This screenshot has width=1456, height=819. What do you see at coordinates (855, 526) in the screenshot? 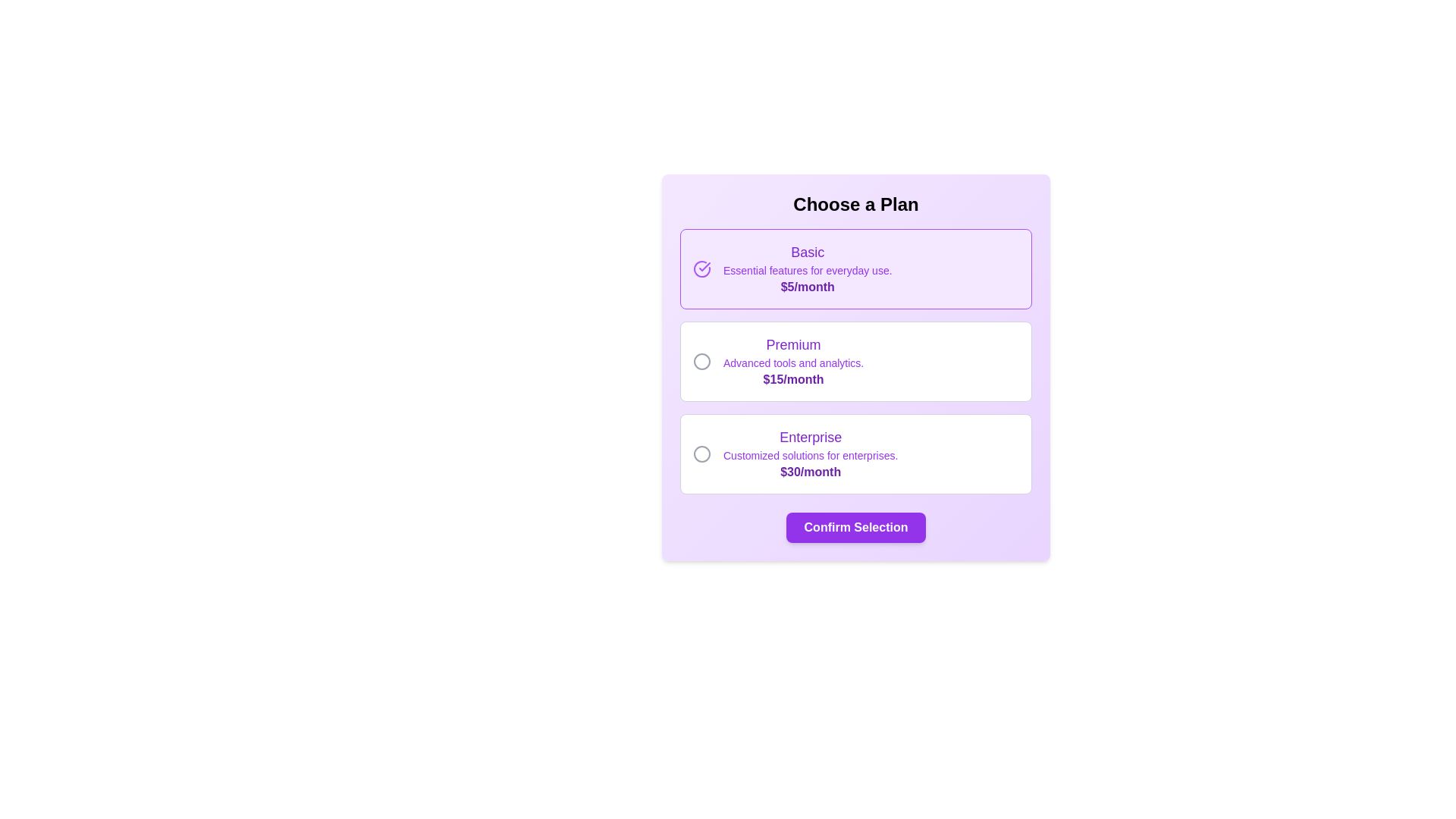
I see `the rectangular button with a purple background labeled 'Confirm Selection', located at the bottom center of the card below the 'Enterprise' plan option for a visual cue` at bounding box center [855, 526].